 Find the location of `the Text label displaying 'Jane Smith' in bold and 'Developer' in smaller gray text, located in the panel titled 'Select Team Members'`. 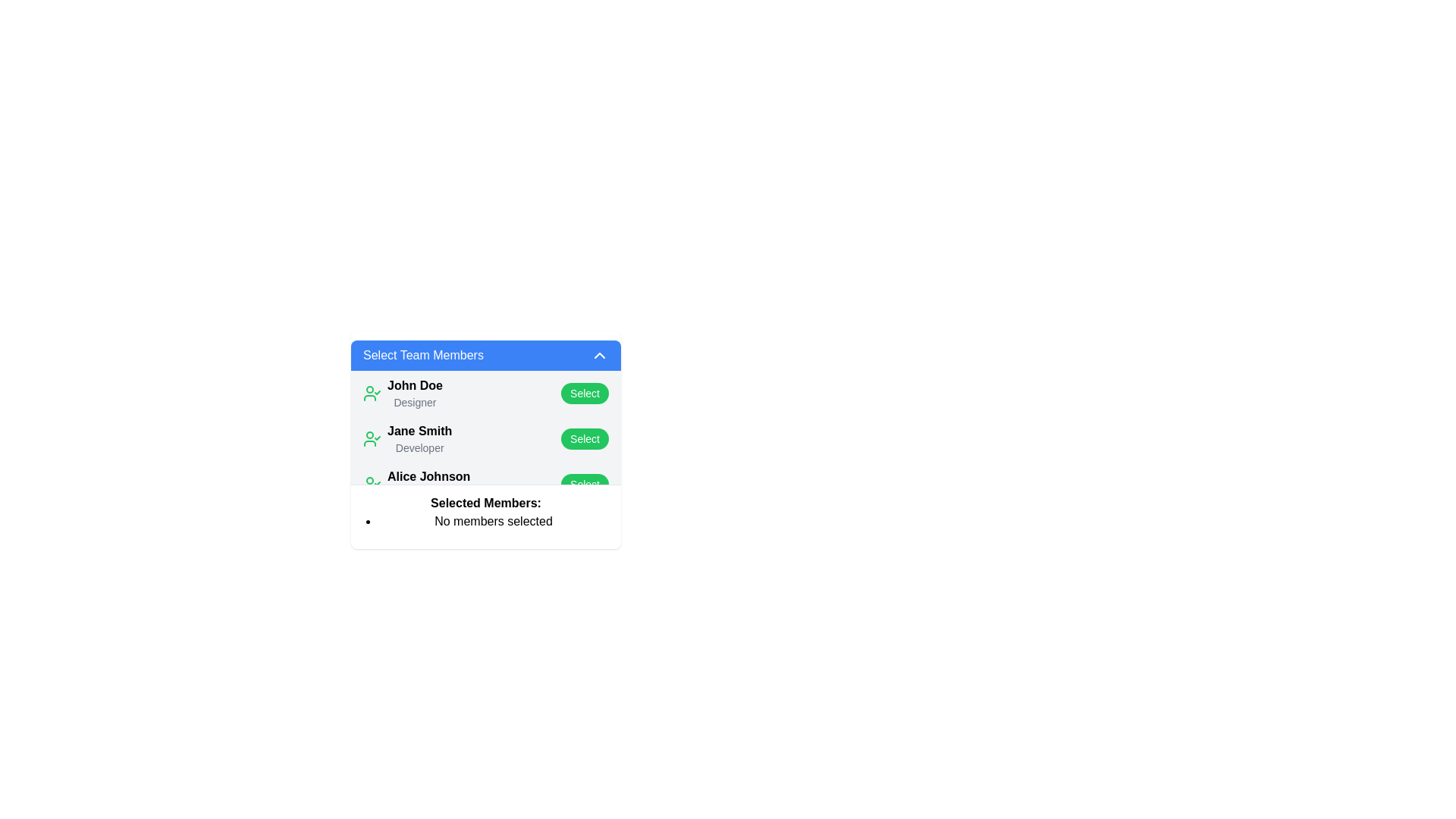

the Text label displaying 'Jane Smith' in bold and 'Developer' in smaller gray text, located in the panel titled 'Select Team Members' is located at coordinates (419, 438).